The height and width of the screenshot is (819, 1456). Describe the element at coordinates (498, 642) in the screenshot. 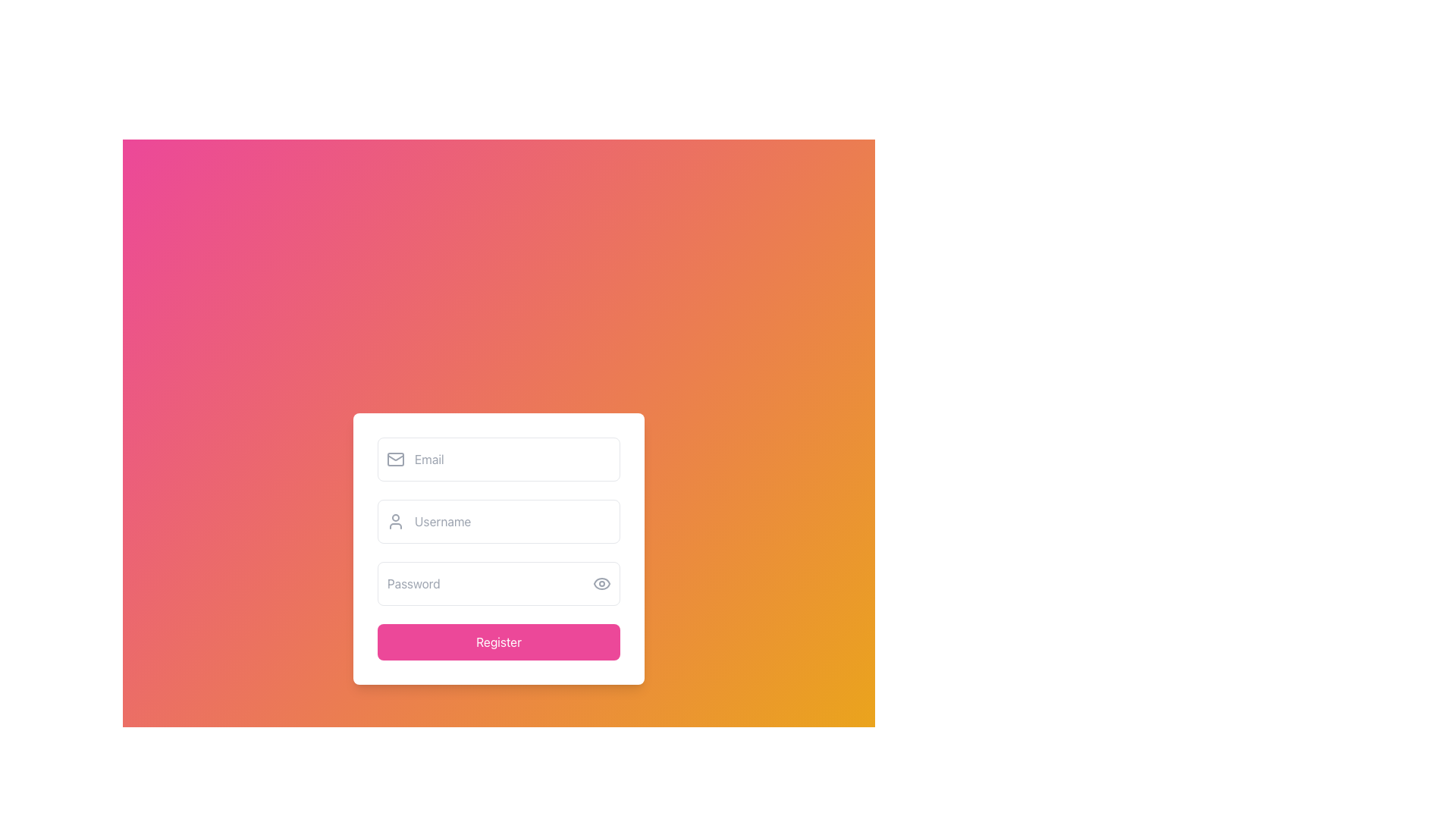

I see `the 'Register' button at the bottom of the form to trigger the hover effect` at that location.